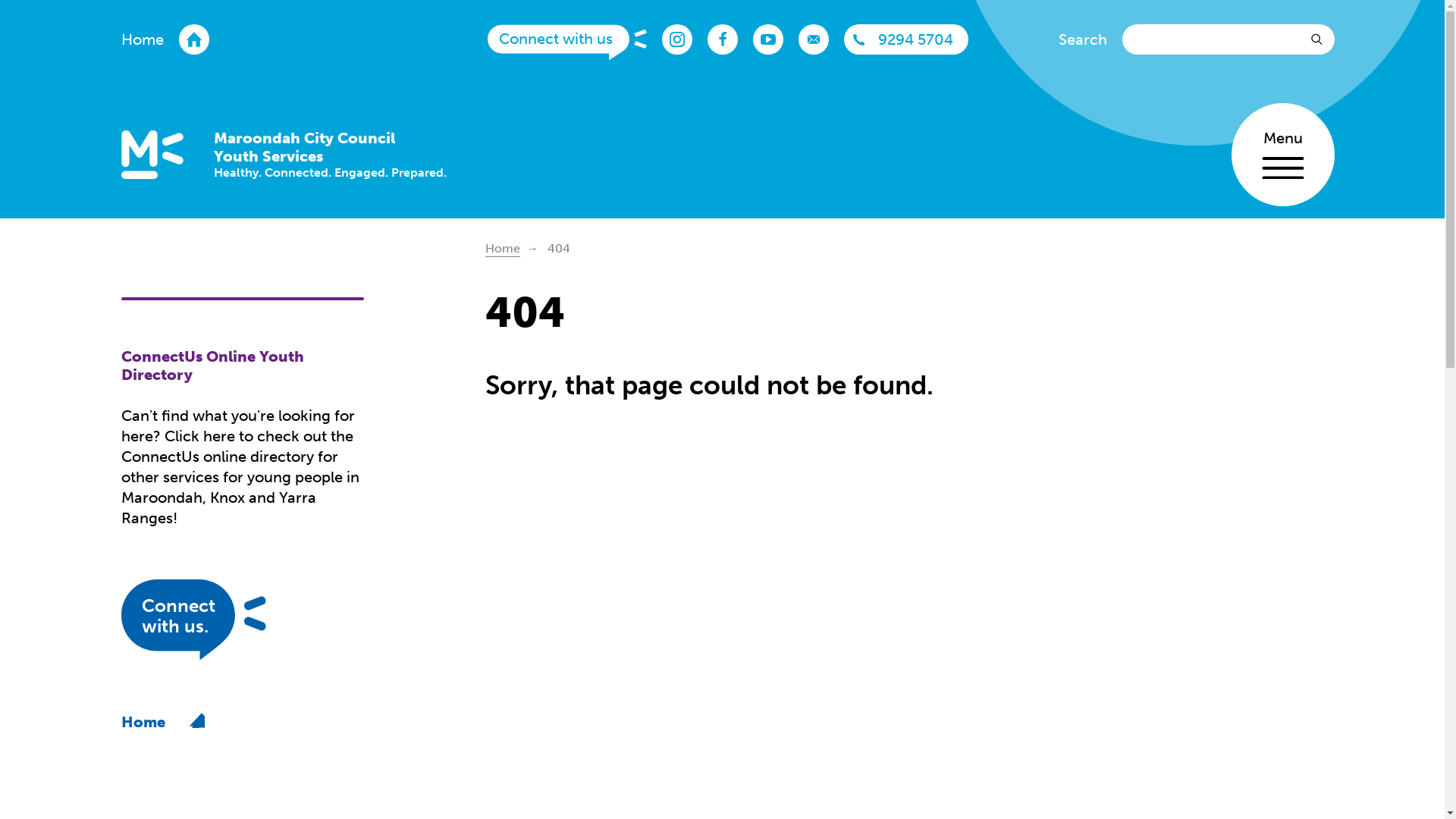  What do you see at coordinates (165, 38) in the screenshot?
I see `'Home'` at bounding box center [165, 38].